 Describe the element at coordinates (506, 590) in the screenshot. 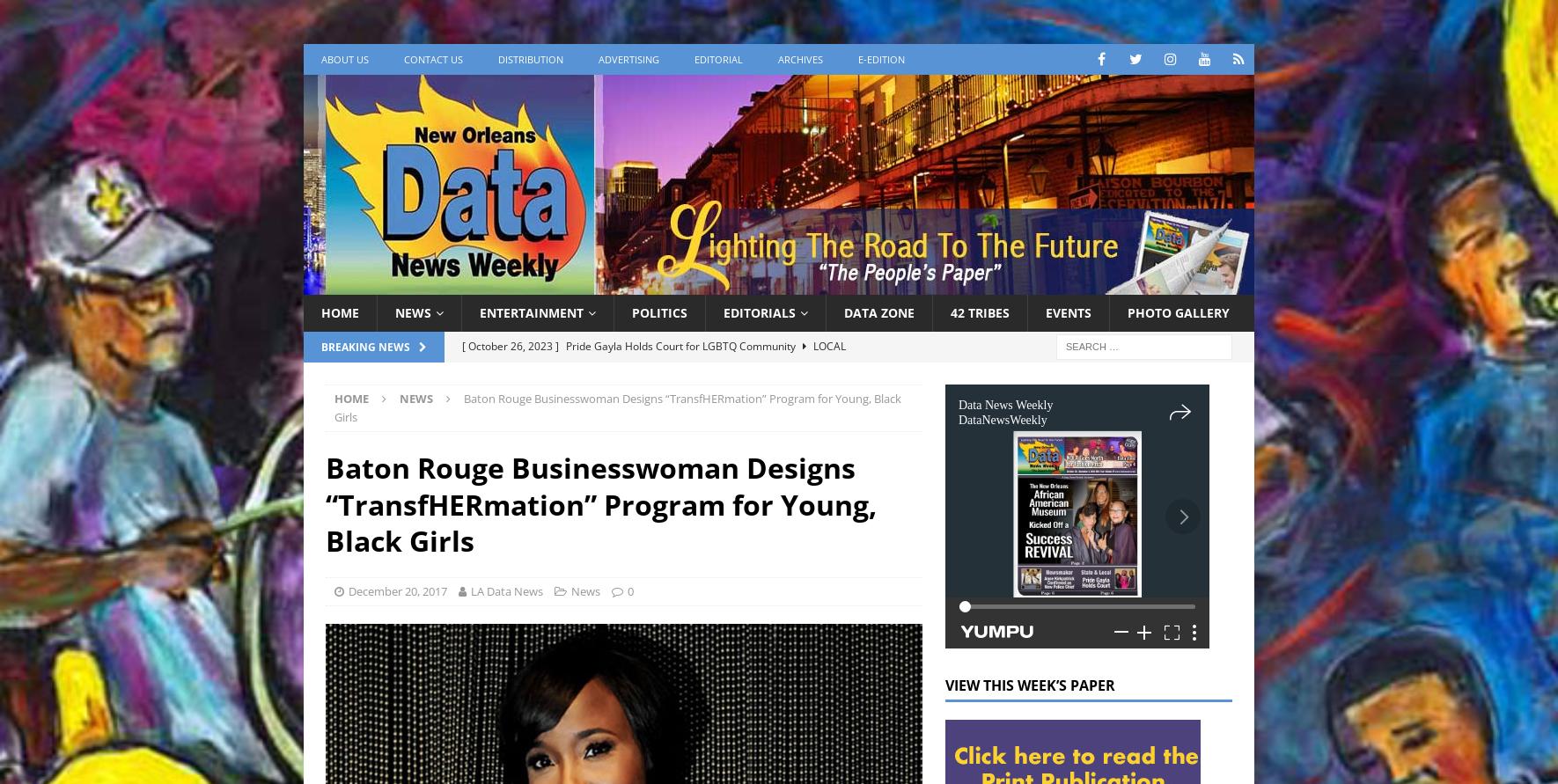

I see `'LA Data News'` at that location.